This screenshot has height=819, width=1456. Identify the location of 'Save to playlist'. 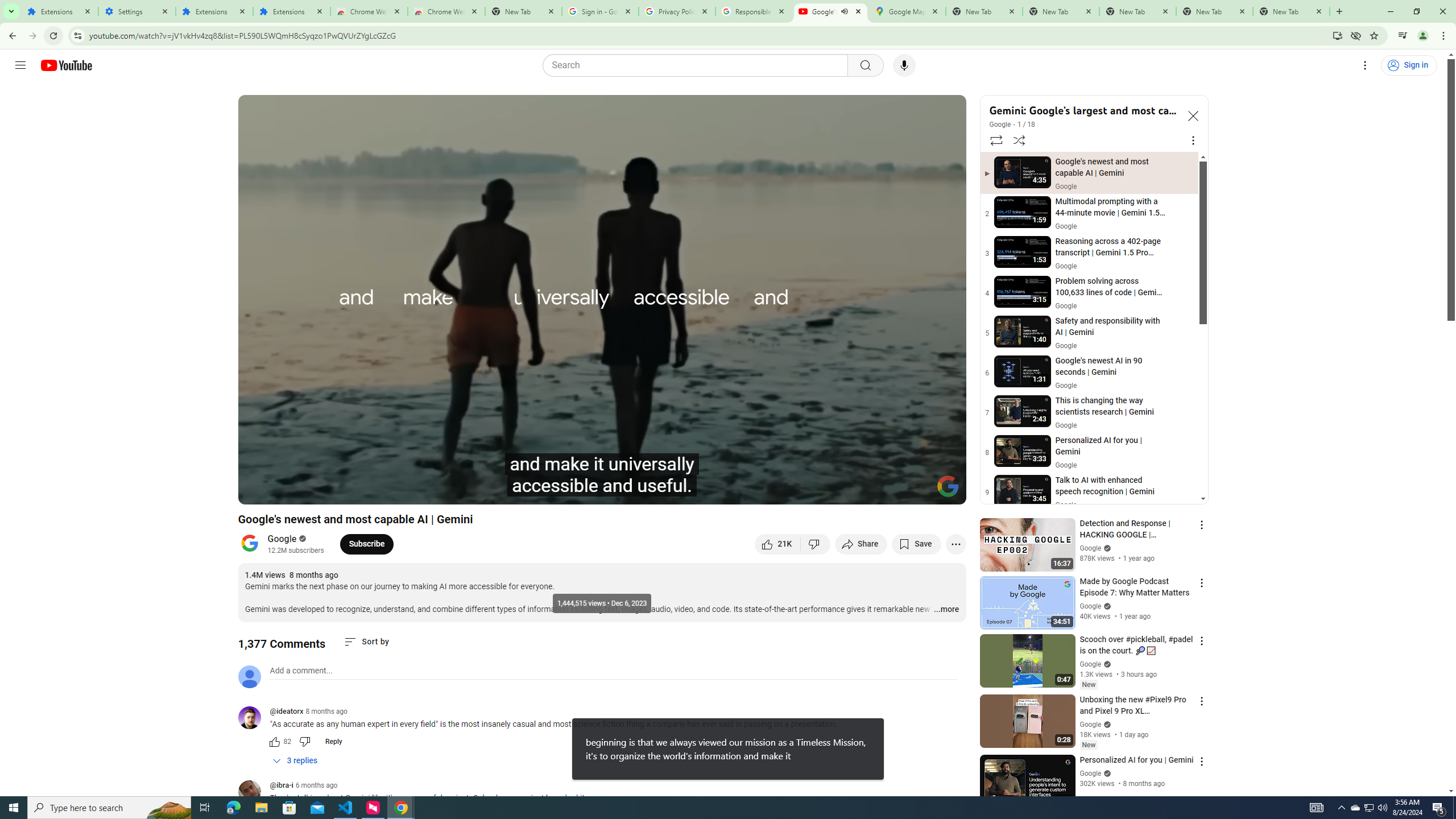
(916, 543).